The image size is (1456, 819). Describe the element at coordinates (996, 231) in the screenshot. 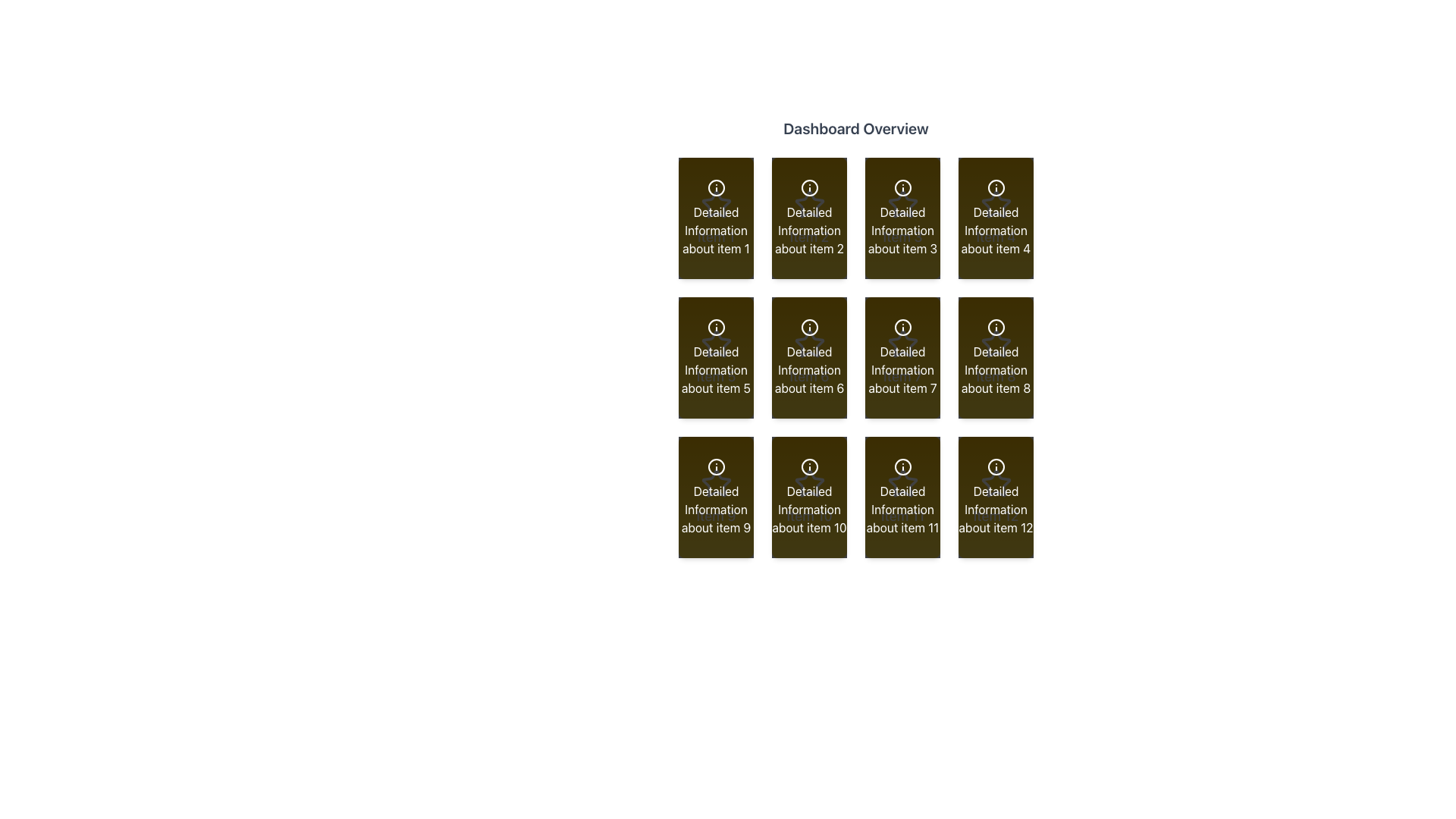

I see `the textual label element that provides a descriptive title for the associated grid item, located in the last position of the first row of a grid layout` at that location.